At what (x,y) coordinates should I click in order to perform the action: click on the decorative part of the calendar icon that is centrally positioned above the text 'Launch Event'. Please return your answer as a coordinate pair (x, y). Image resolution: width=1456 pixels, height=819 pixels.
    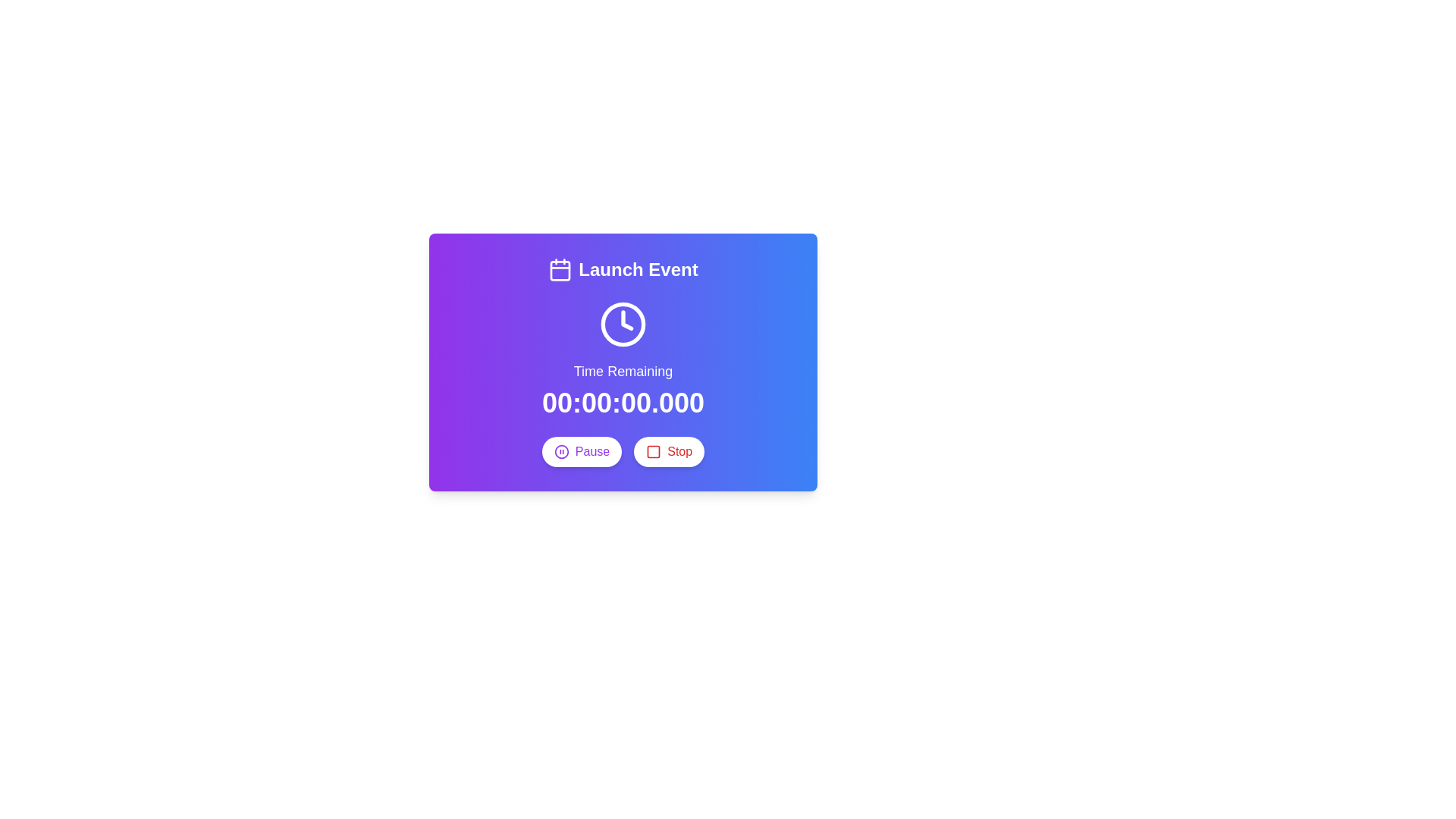
    Looking at the image, I should click on (560, 270).